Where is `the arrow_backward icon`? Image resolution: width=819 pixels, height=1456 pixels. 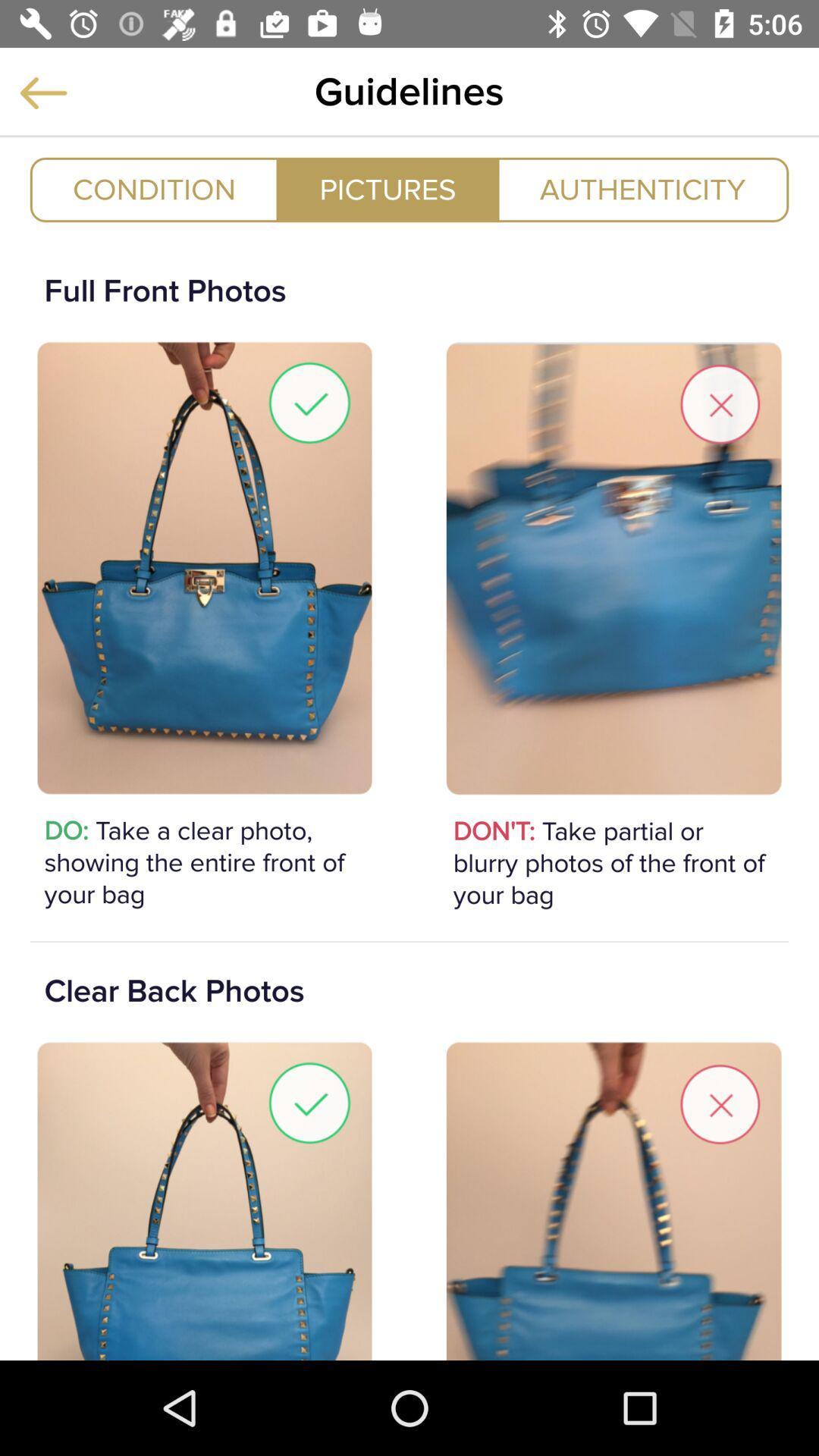
the arrow_backward icon is located at coordinates (42, 92).